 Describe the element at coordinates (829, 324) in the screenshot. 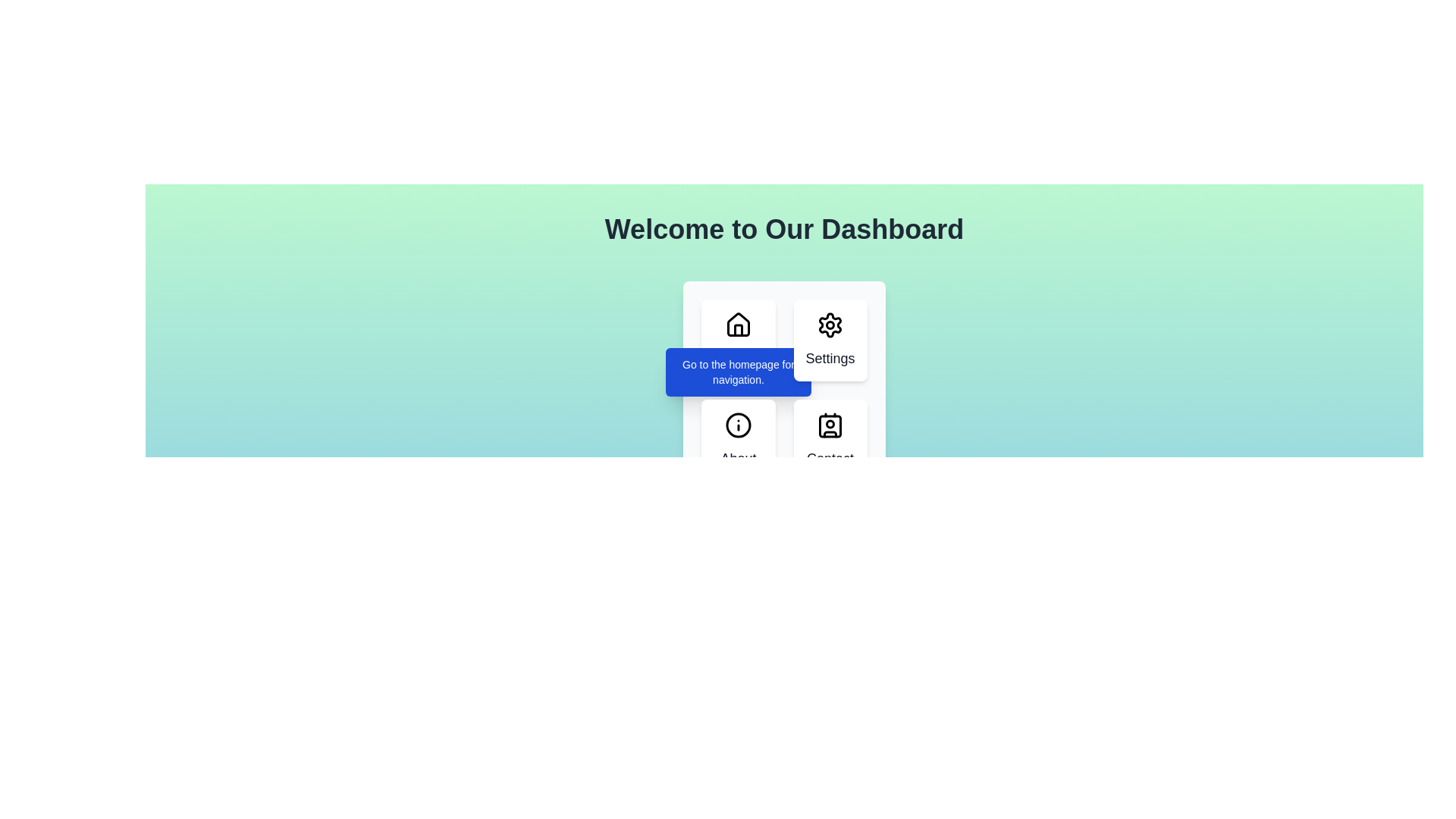

I see `the decorative circular component located centrally within the gear icon of the settings button in the top-right quadrant of the navigation card` at that location.